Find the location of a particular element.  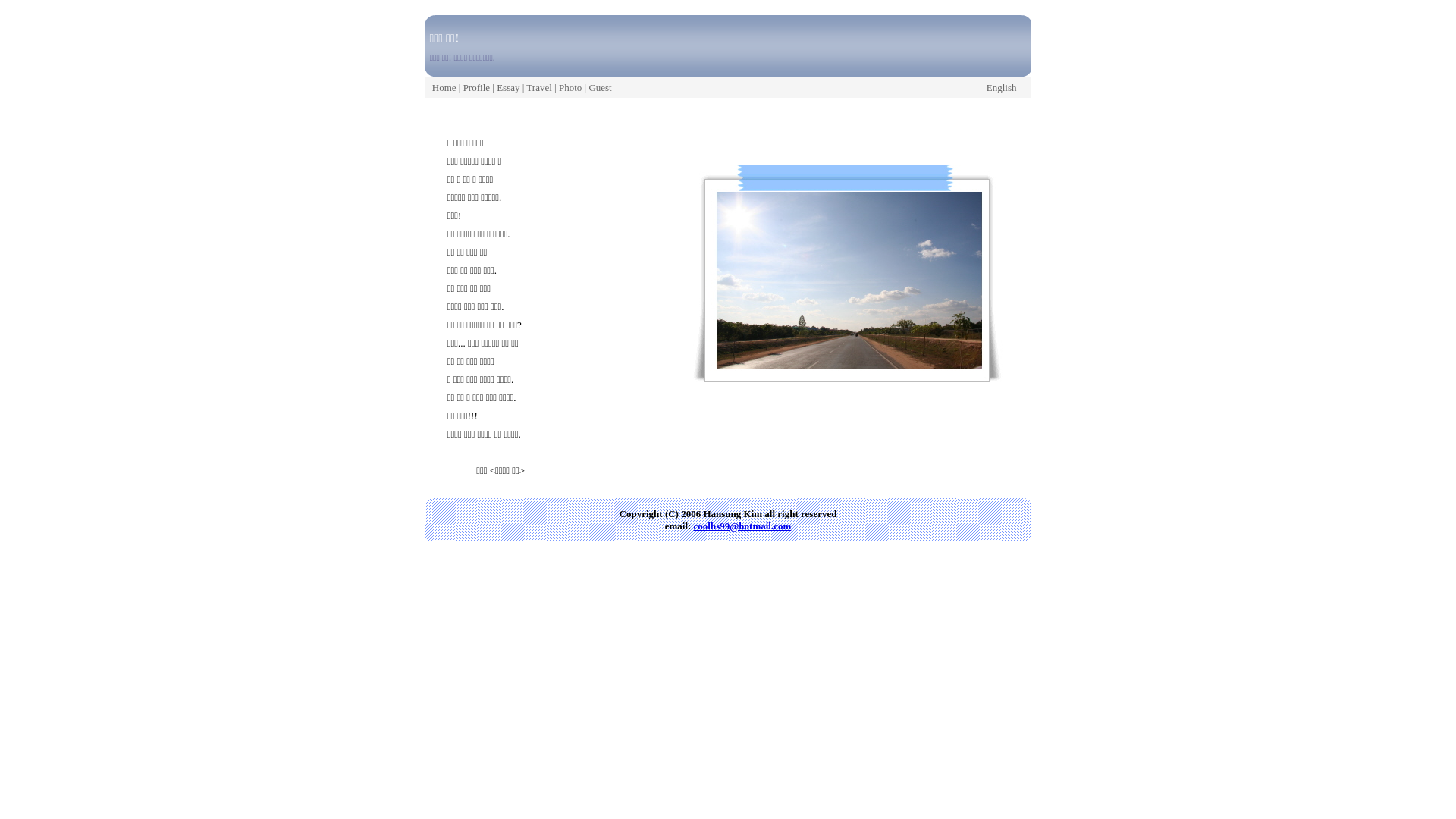

'Guest' is located at coordinates (599, 87).